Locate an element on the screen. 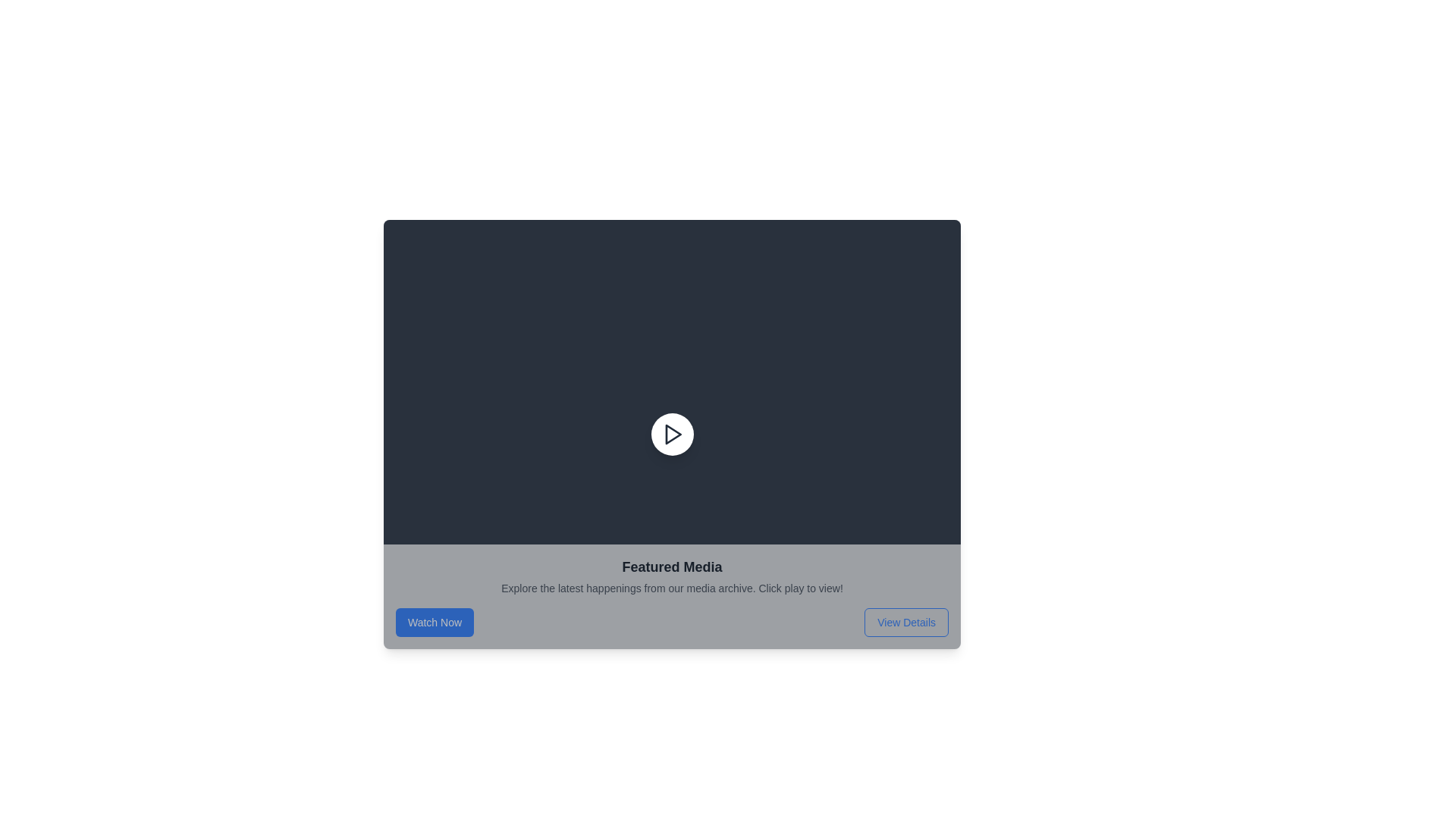  the central play button icon located within the dark rectangle at the upper portion of the layout is located at coordinates (672, 435).